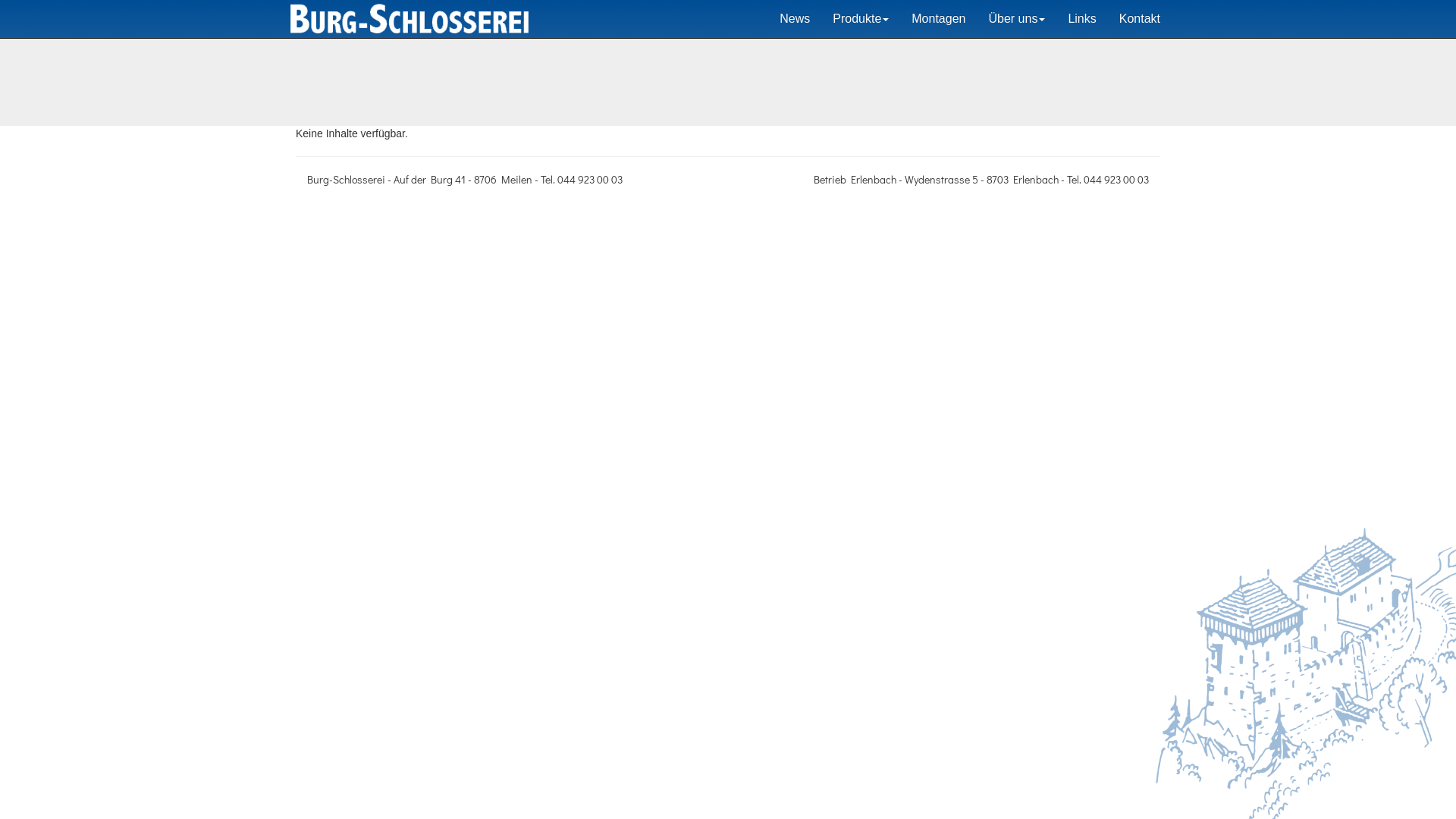  Describe the element at coordinates (793, 18) in the screenshot. I see `'News'` at that location.